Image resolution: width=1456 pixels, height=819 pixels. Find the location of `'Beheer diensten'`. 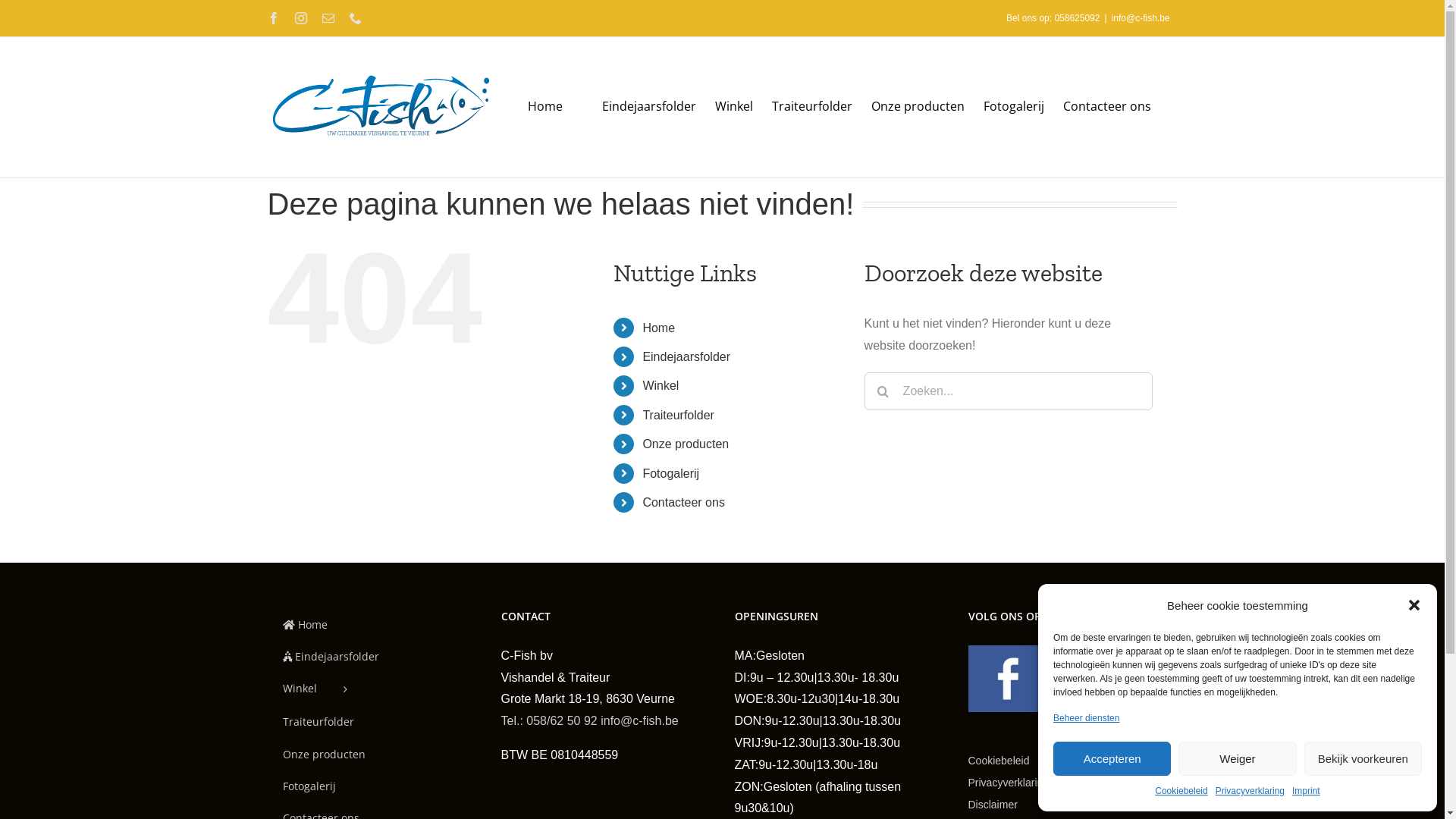

'Beheer diensten' is located at coordinates (1085, 718).